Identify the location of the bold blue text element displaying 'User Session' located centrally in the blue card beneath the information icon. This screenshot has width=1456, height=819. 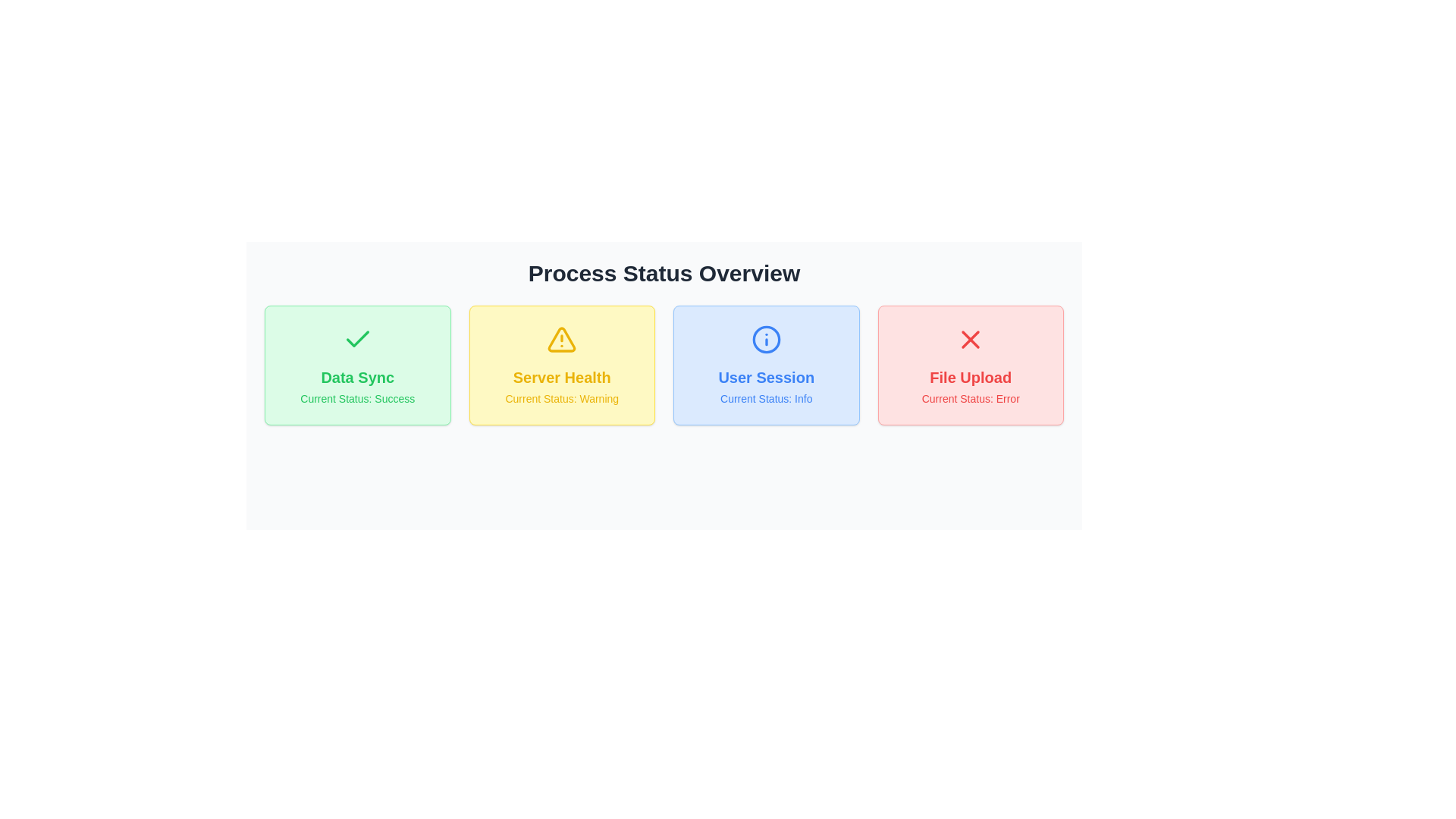
(766, 376).